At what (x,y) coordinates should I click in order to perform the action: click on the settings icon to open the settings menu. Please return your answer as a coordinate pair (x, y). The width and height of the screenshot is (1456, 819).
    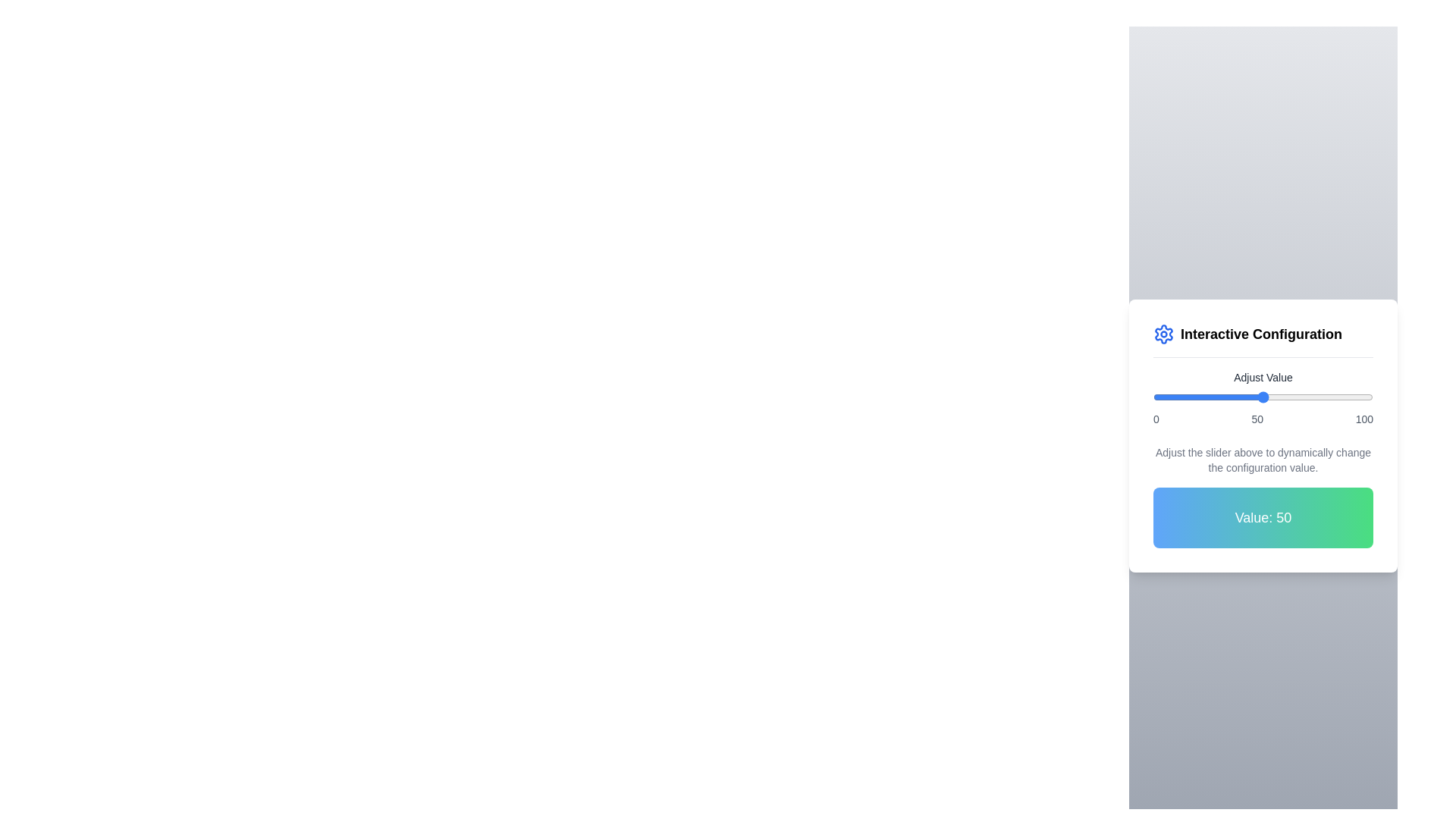
    Looking at the image, I should click on (1163, 333).